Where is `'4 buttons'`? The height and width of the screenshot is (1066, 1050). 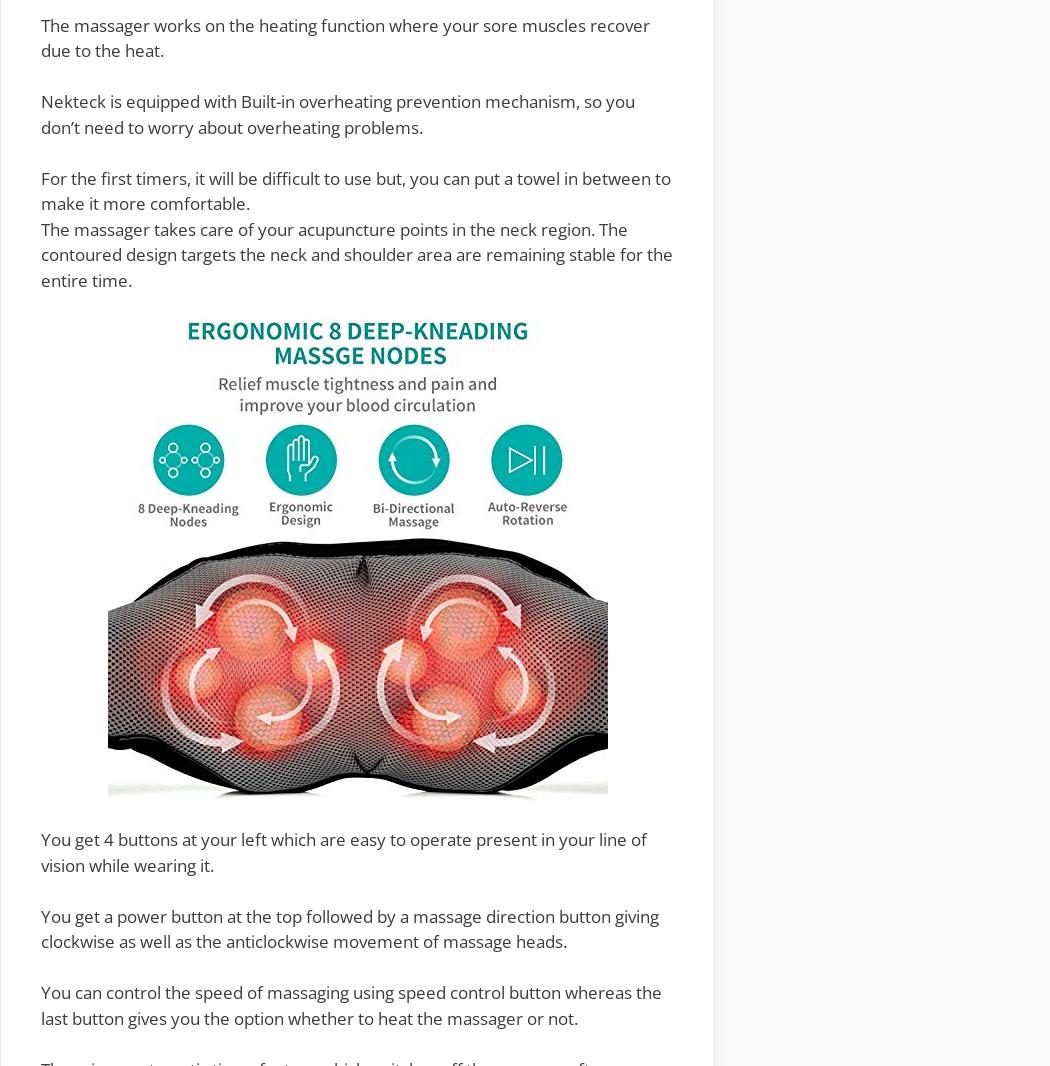 '4 buttons' is located at coordinates (140, 839).